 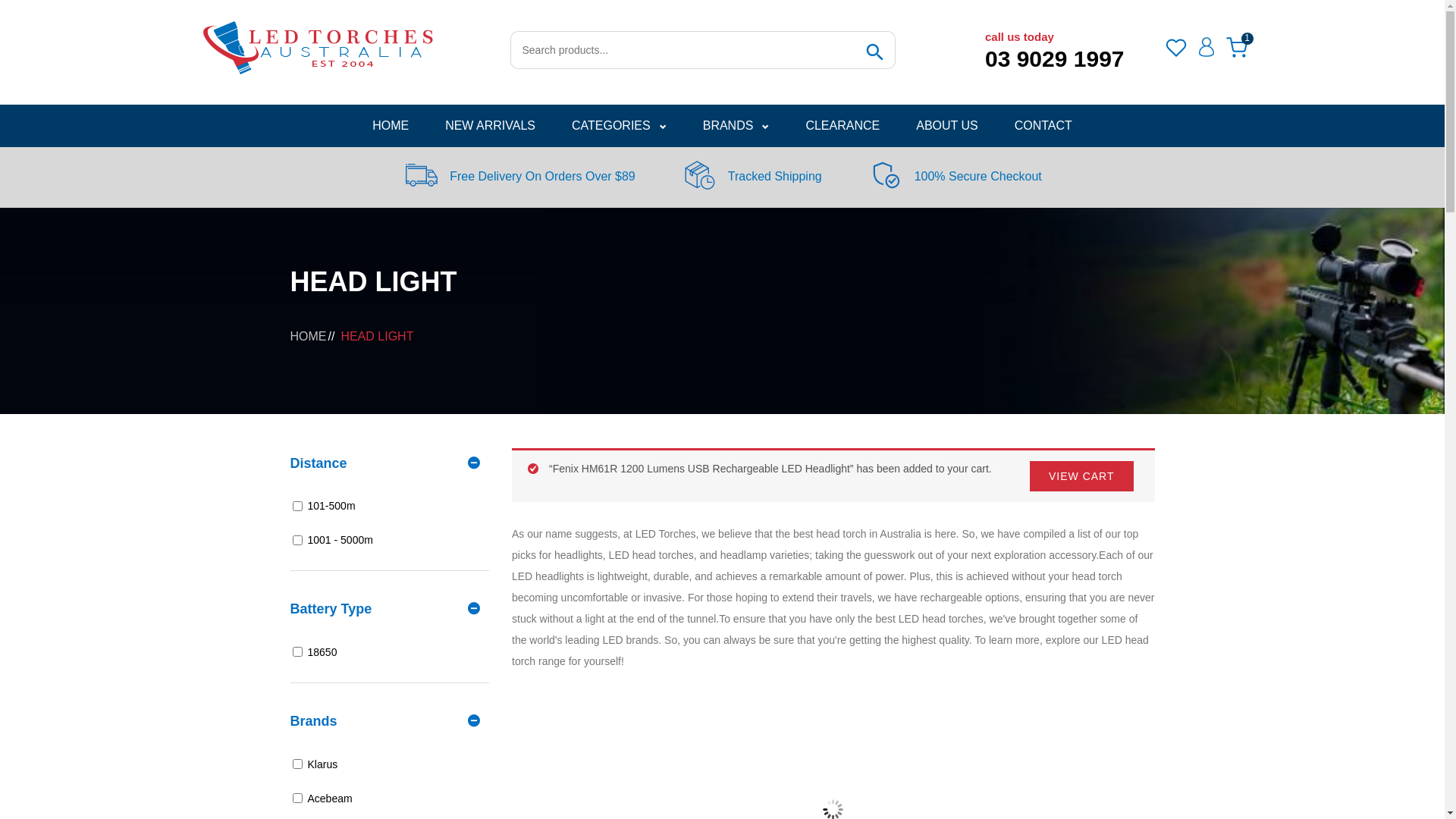 I want to click on 'BRANDS', so click(x=683, y=124).